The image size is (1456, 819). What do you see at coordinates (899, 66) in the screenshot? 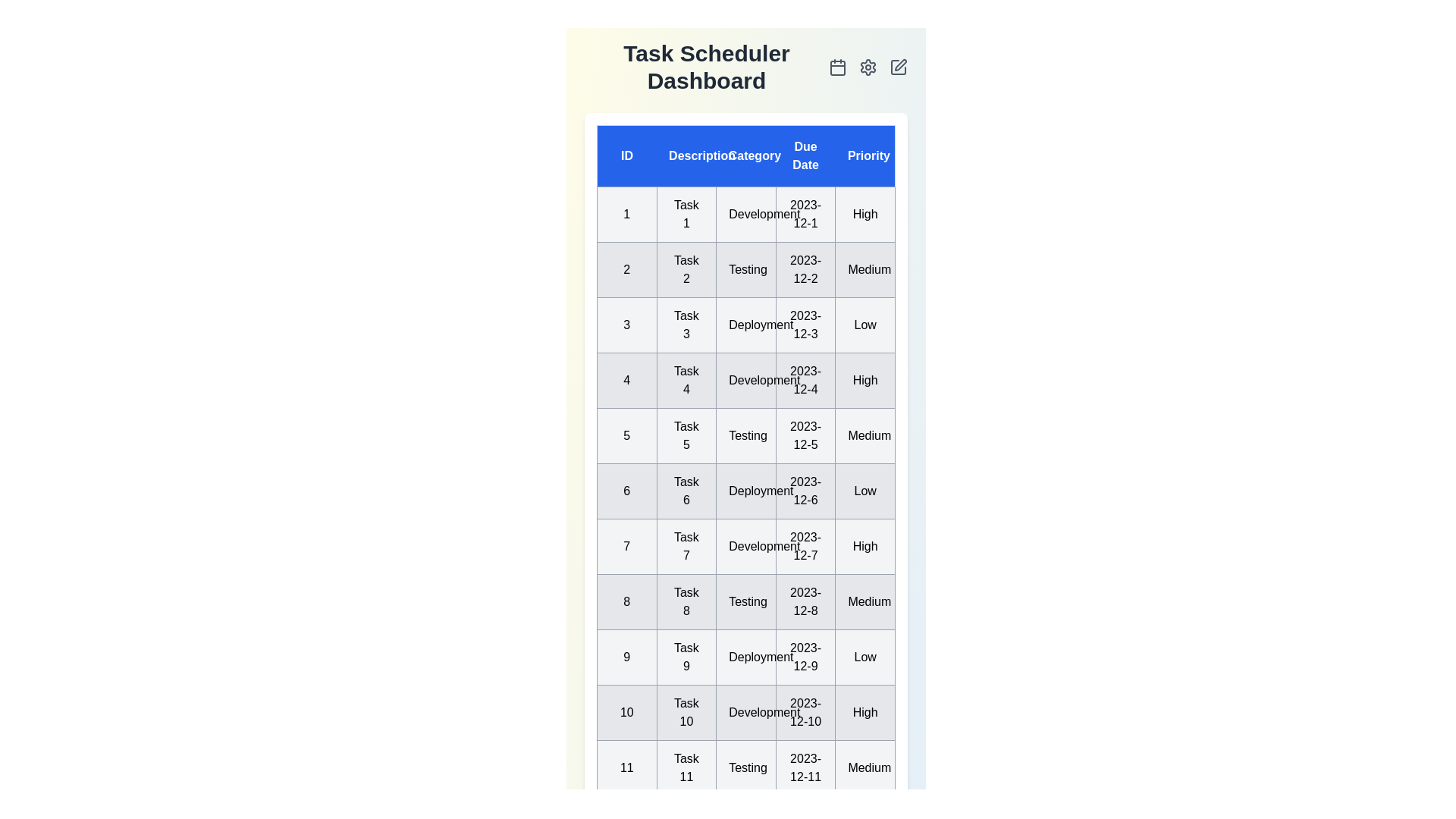
I see `the edit icon to initiate the edit functionality` at bounding box center [899, 66].